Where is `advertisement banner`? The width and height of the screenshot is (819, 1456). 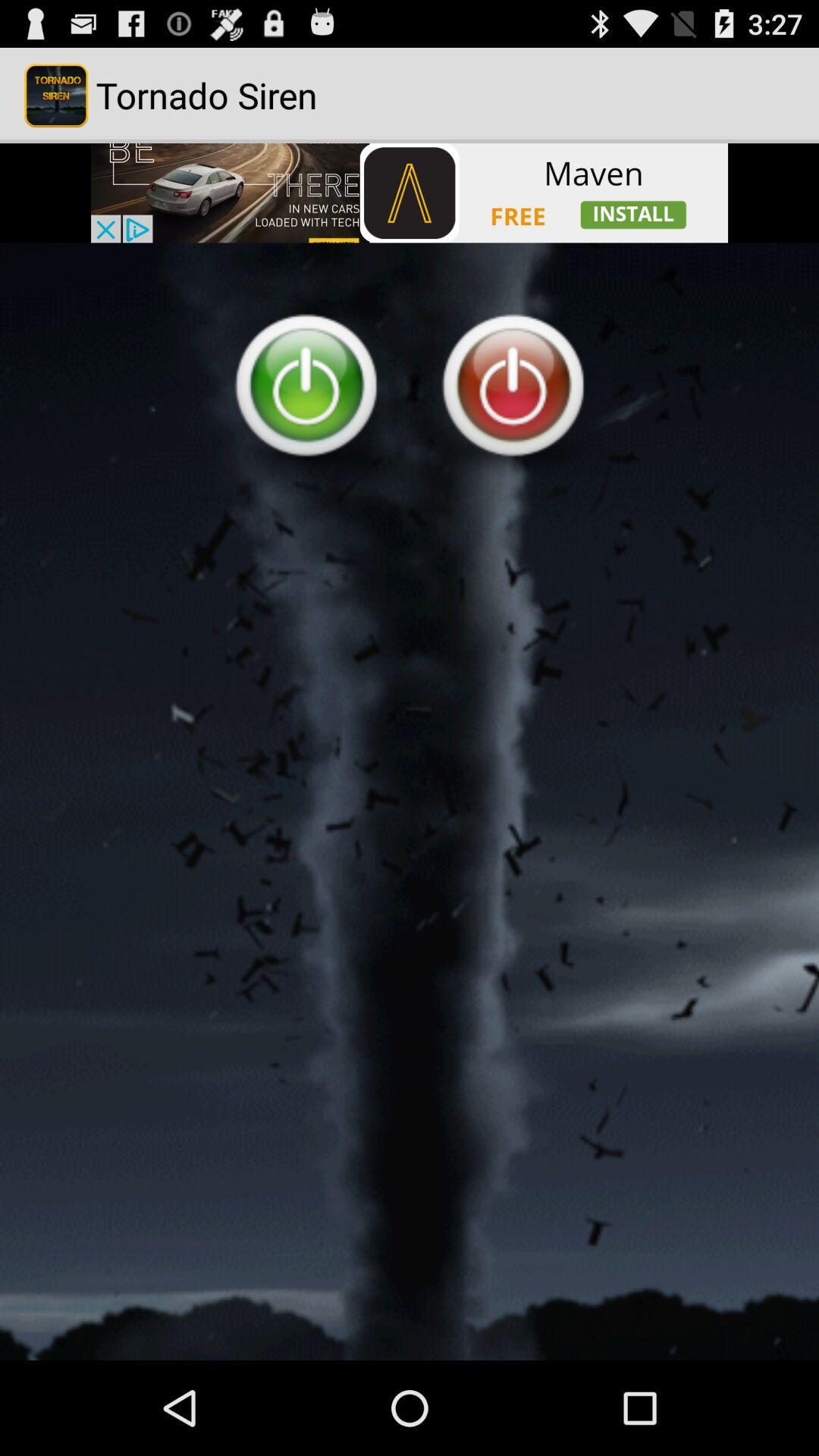 advertisement banner is located at coordinates (409, 192).